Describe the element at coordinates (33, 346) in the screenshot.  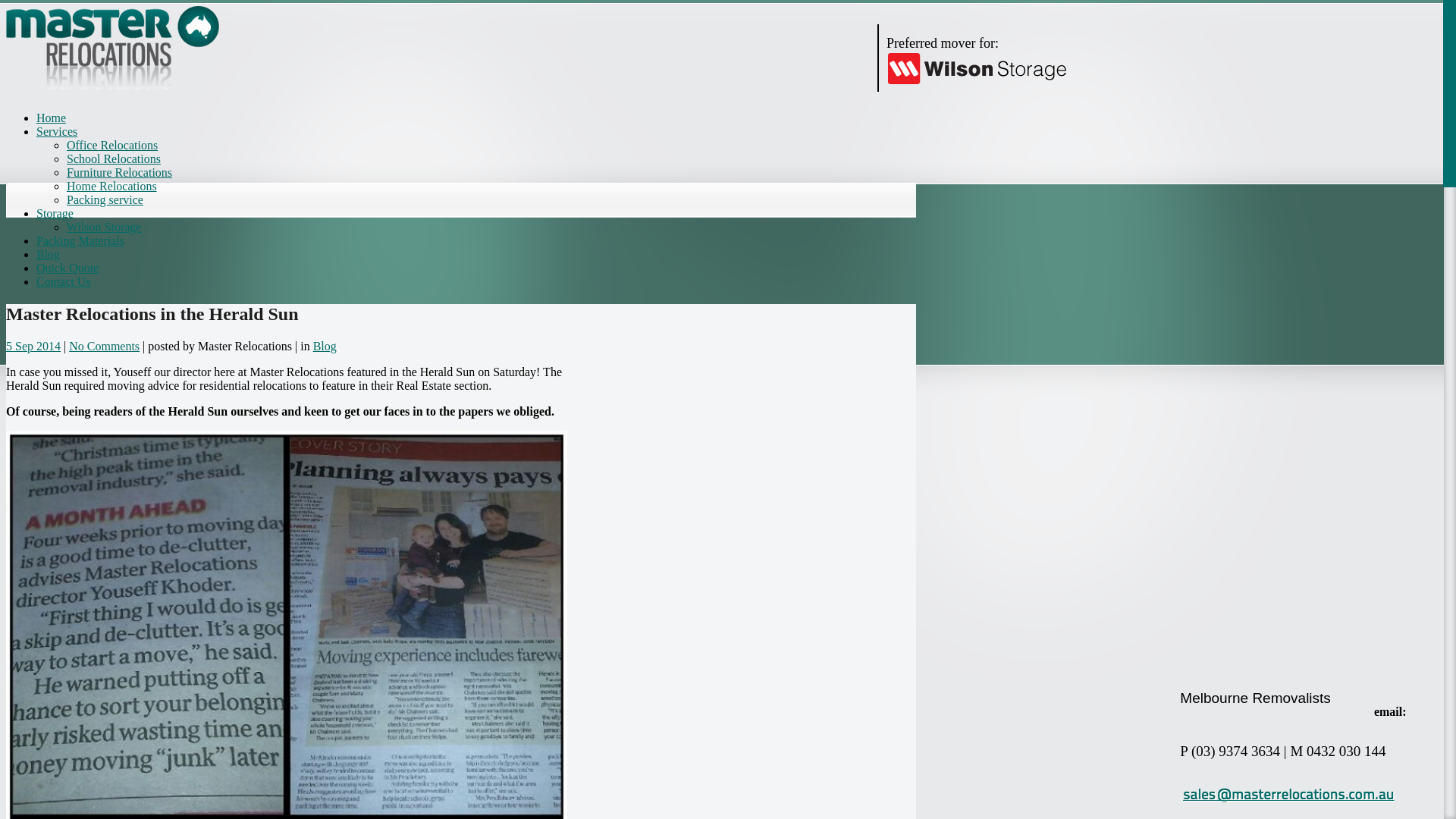
I see `'5 Sep 2014'` at that location.